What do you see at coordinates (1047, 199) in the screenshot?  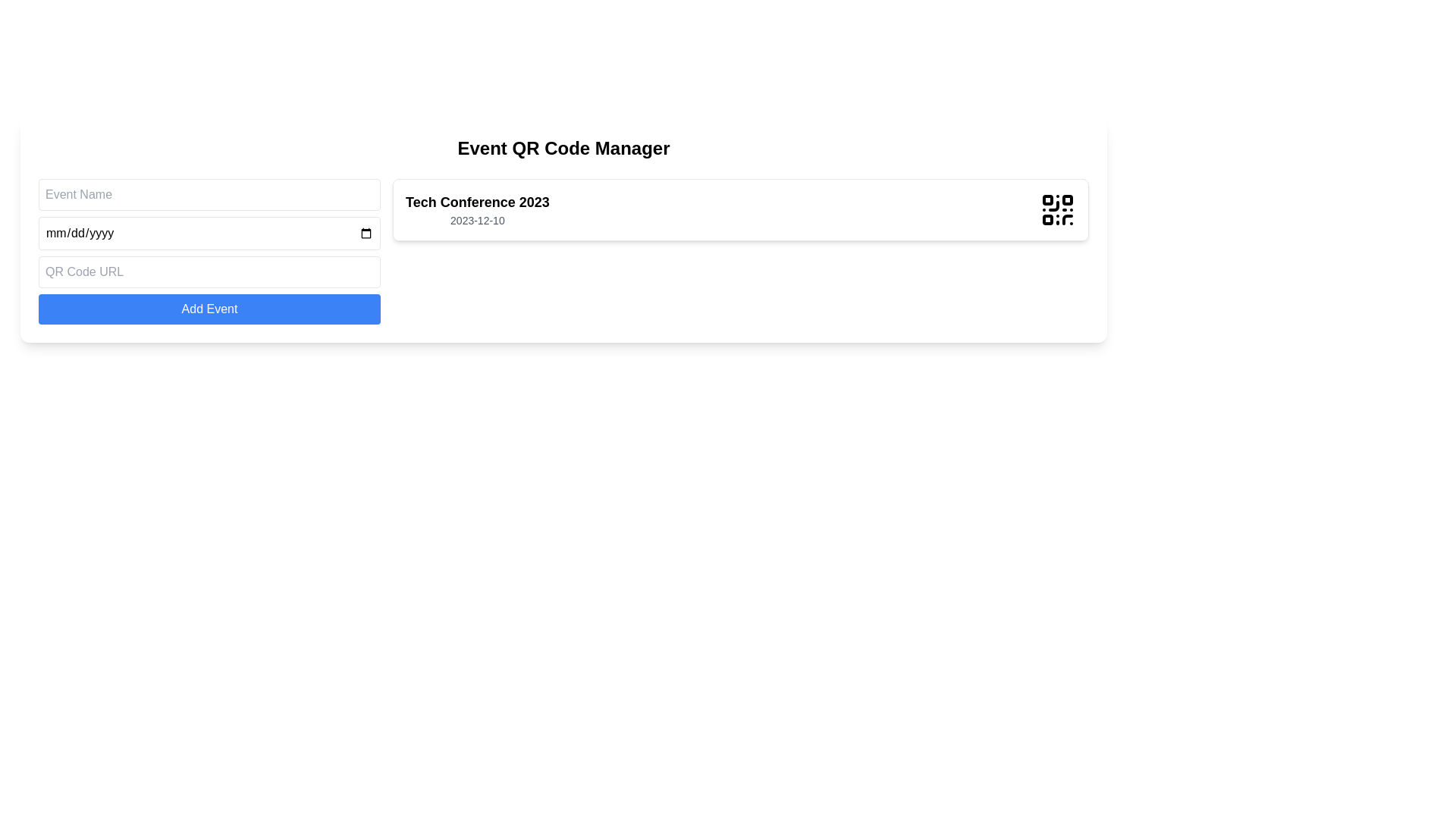 I see `the small square with rounded corners located in the top-left corner of the QR code graphic, which is the first square in a three-square grid on the right side of the event card` at bounding box center [1047, 199].